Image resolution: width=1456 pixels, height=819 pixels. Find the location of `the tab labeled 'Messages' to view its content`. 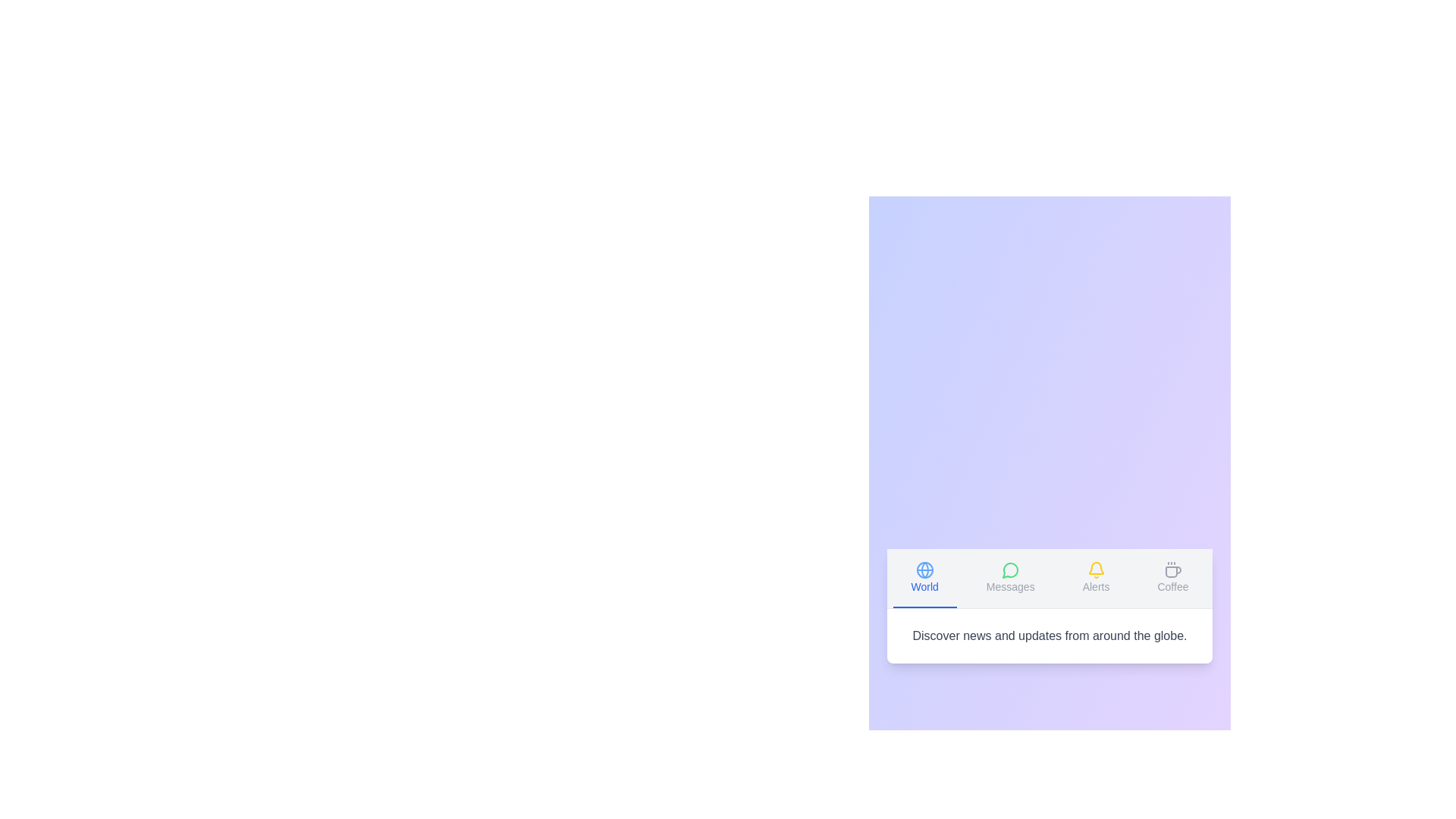

the tab labeled 'Messages' to view its content is located at coordinates (1010, 578).